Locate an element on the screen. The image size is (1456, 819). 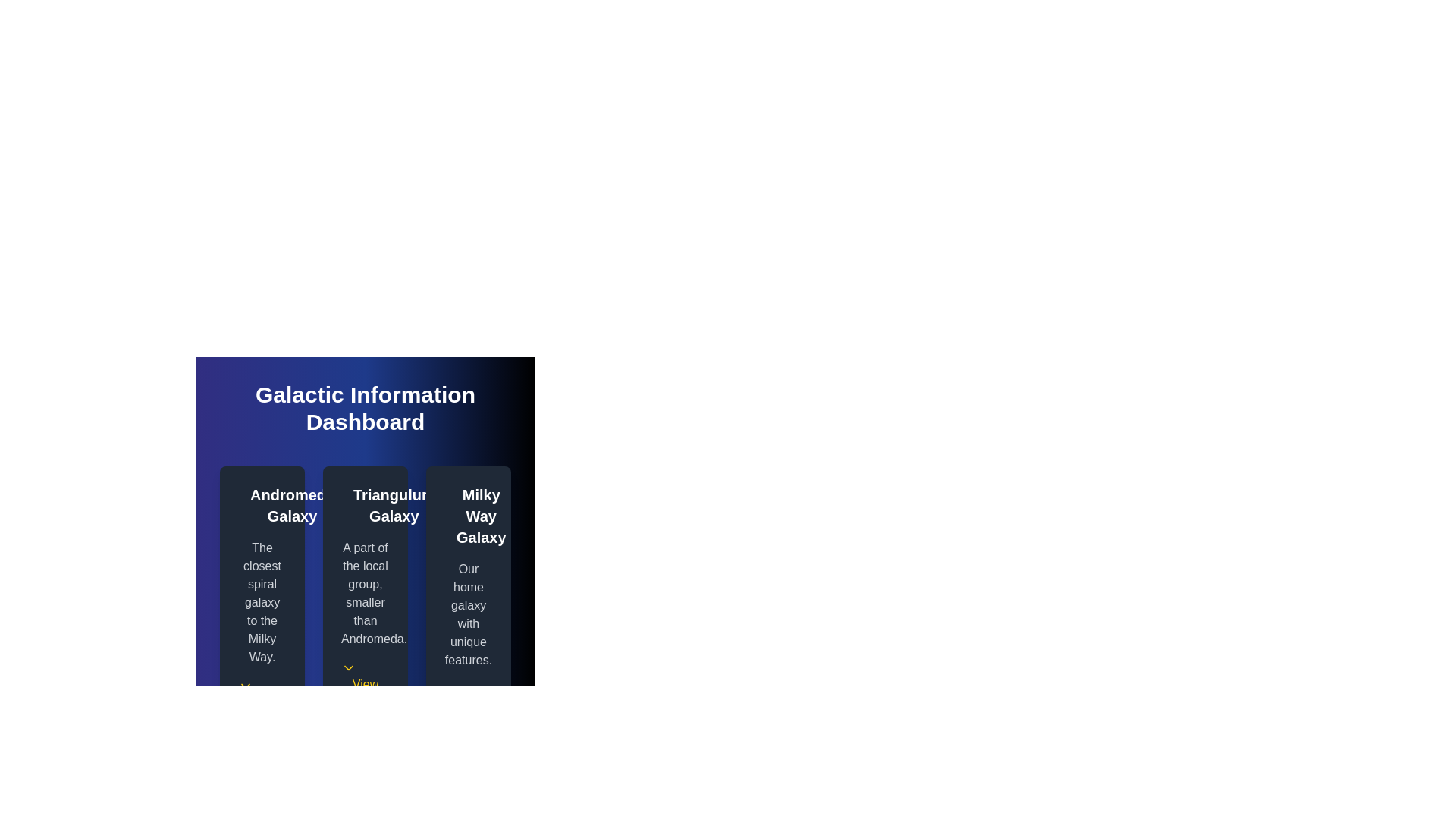
the Informational card for the Triangulum Galaxy, which is the middle card in the row of three cards under the 'Galactic Information Dashboard' header is located at coordinates (365, 607).